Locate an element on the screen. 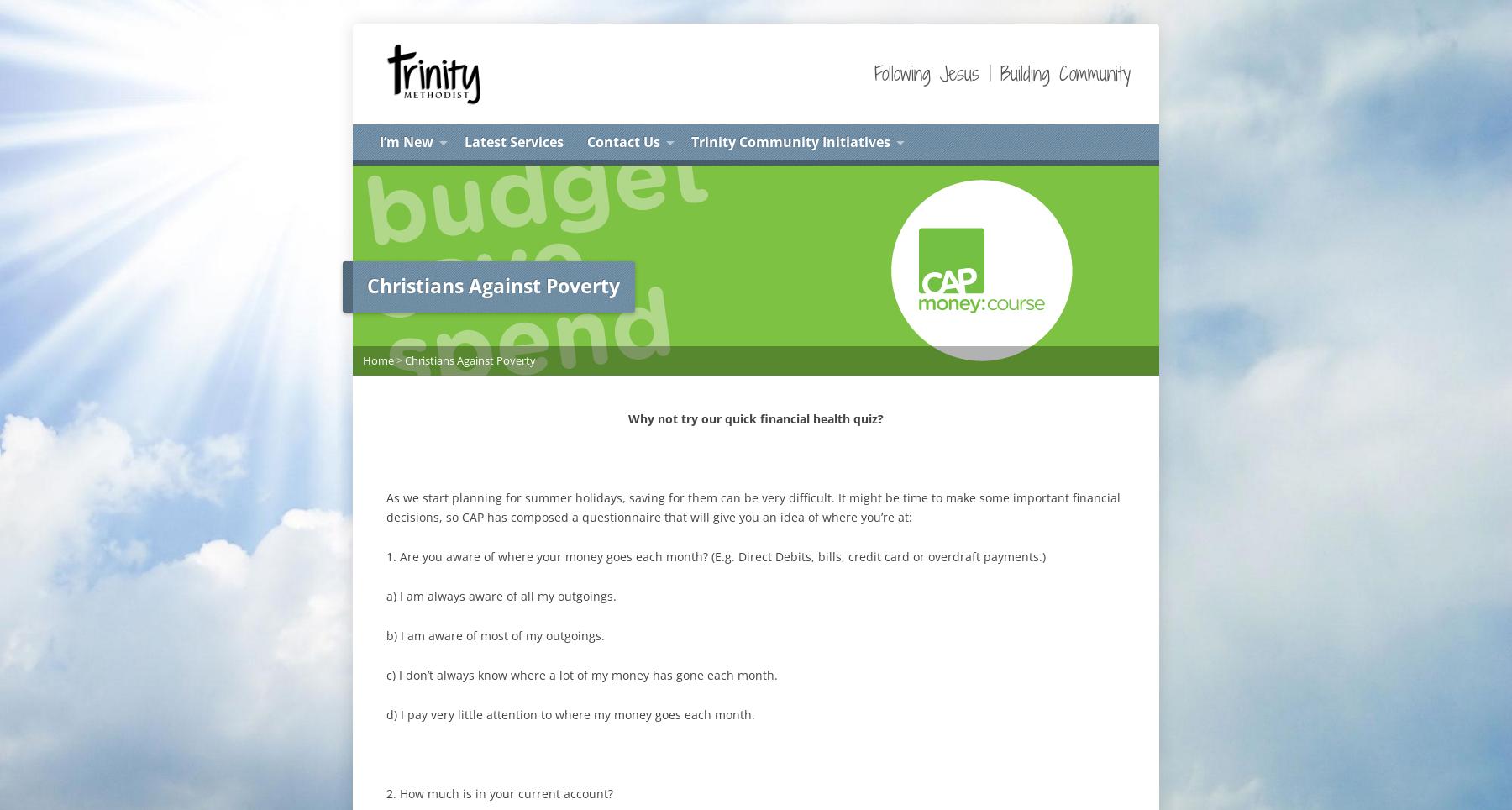 The image size is (1512, 810). '1. Are you aware of where your money goes each month? (E.g. Direct Debits, bills, credit card or overdraft payments.)' is located at coordinates (716, 555).